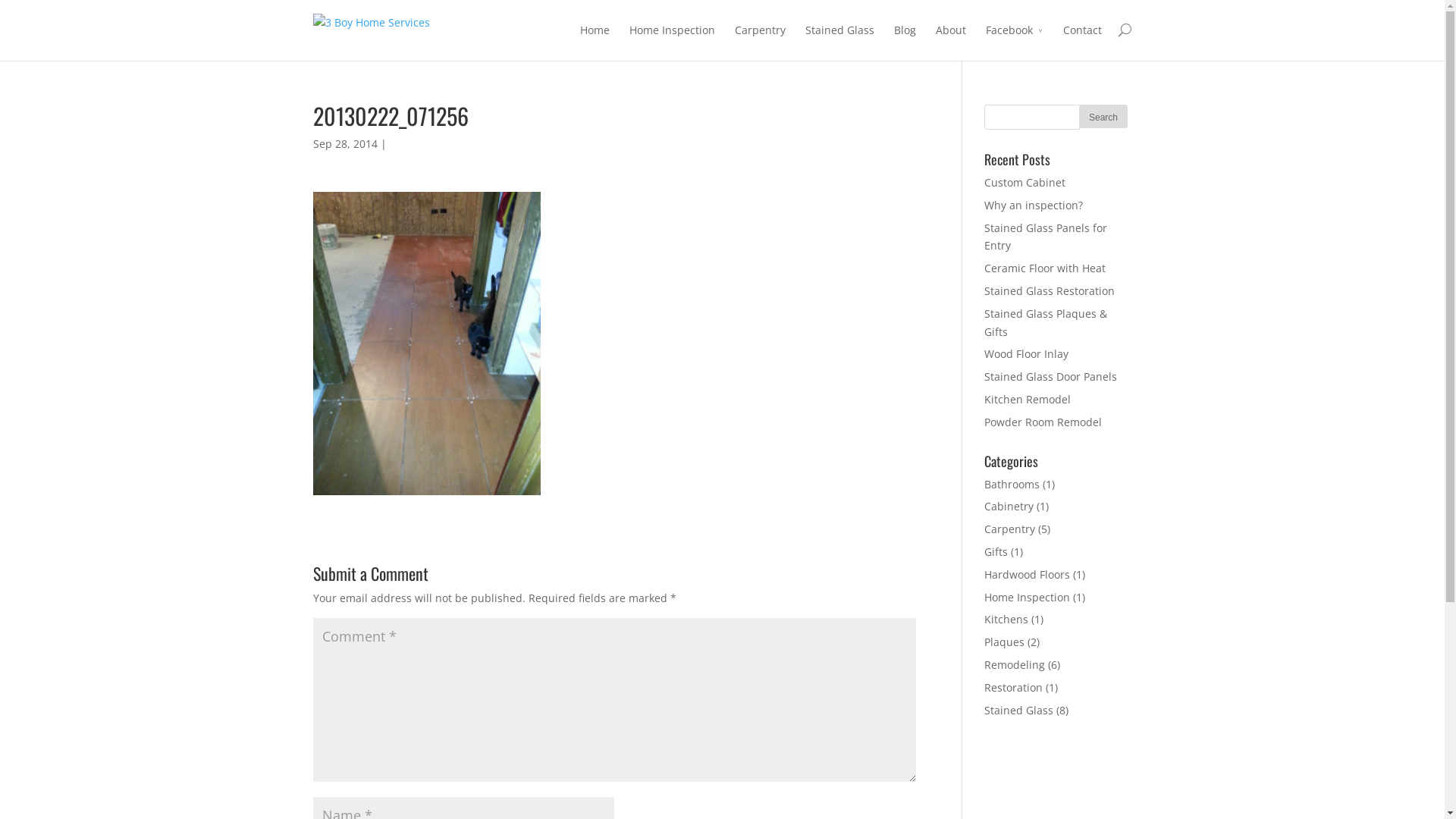 The width and height of the screenshot is (1456, 819). I want to click on 'Blog', so click(904, 40).